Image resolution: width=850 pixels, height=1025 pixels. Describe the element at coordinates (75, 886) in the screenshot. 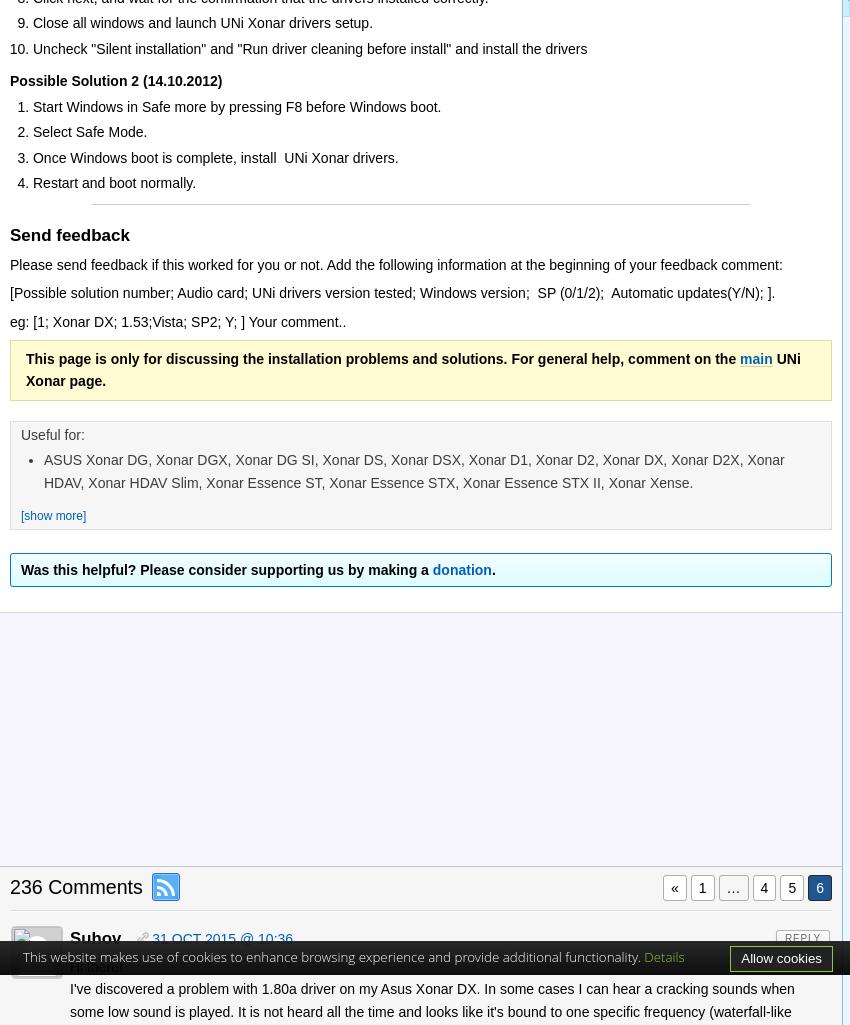

I see `'236 Comments'` at that location.